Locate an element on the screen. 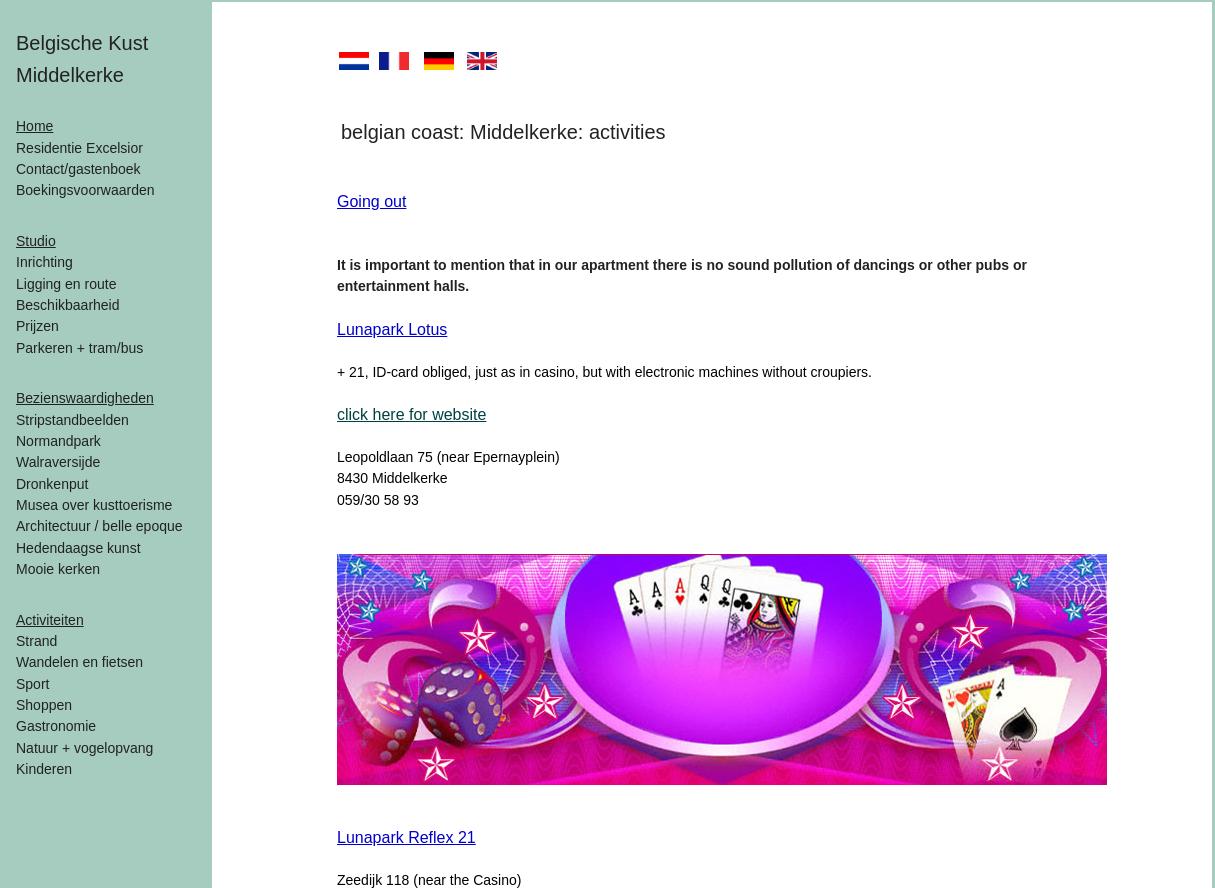  'Belgische Kust' is located at coordinates (82, 42).